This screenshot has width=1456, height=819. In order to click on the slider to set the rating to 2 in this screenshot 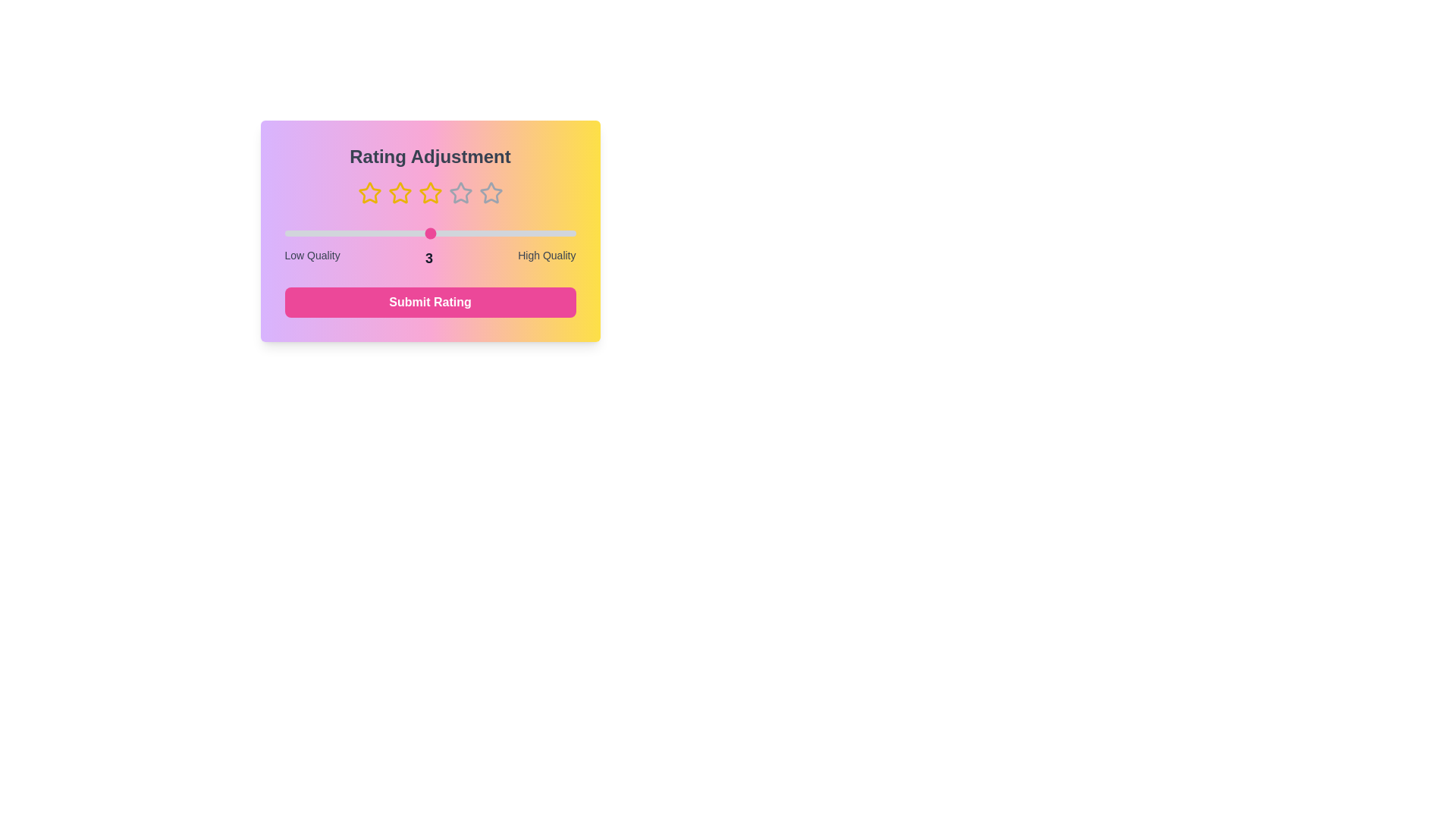, I will do `click(356, 234)`.